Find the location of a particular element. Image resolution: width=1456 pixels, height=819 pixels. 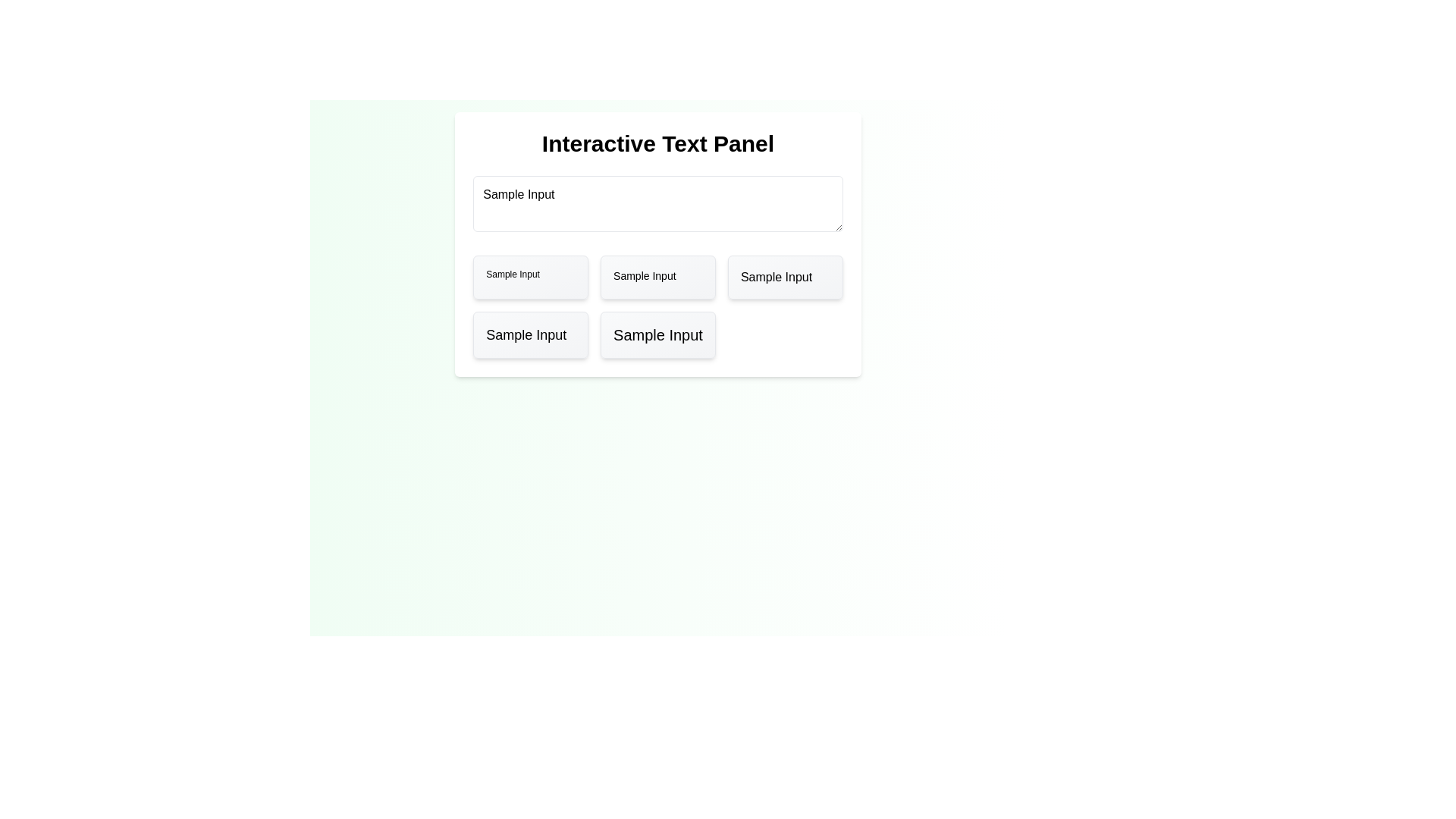

the Informational panel displaying the text 'Sample Input', which is a rectangular panel with a gradient background and rounded corners, located centrally below the header 'Interactive Text Panel' is located at coordinates (658, 278).